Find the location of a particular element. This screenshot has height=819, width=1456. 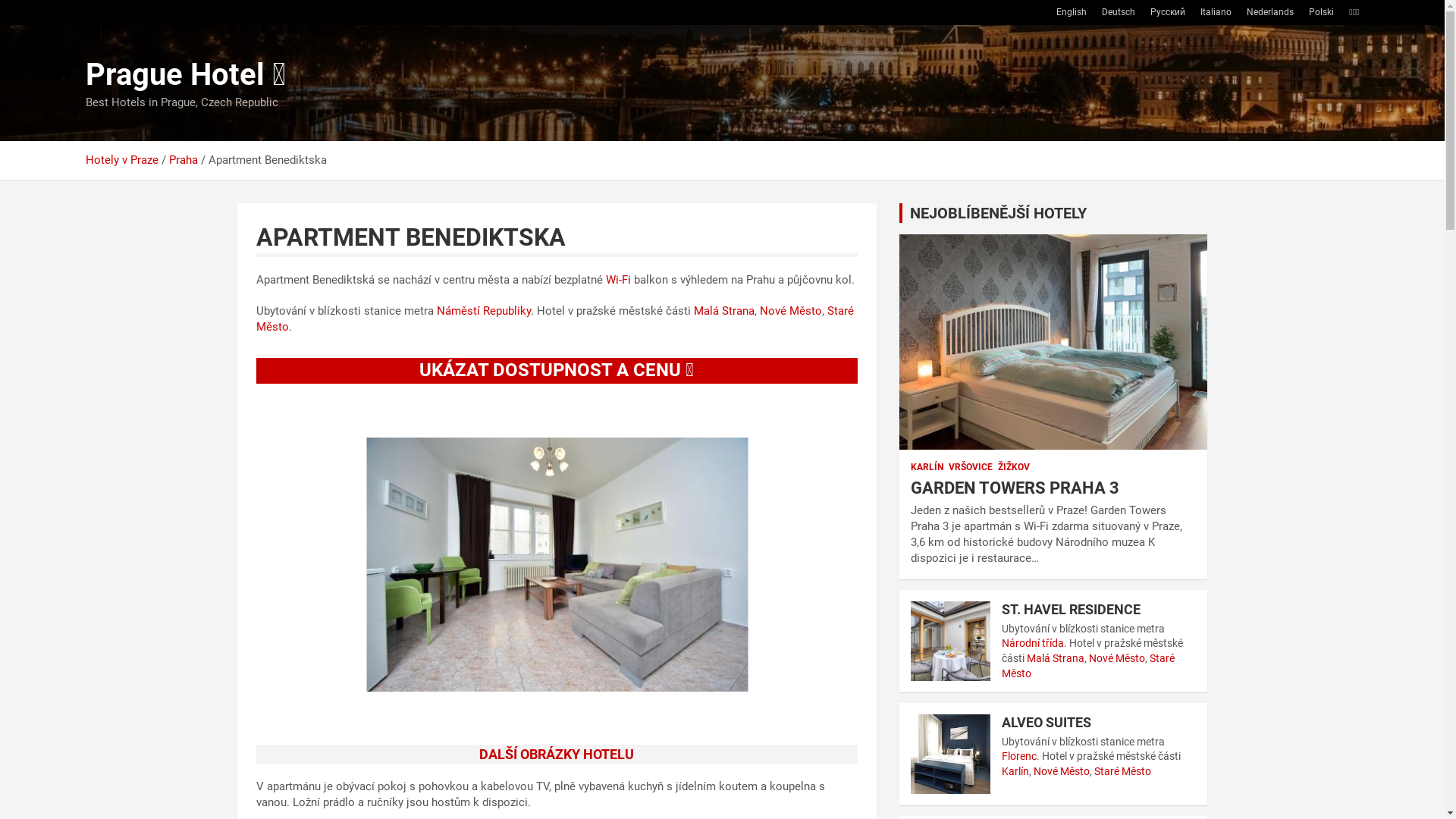

'English' is located at coordinates (1070, 12).